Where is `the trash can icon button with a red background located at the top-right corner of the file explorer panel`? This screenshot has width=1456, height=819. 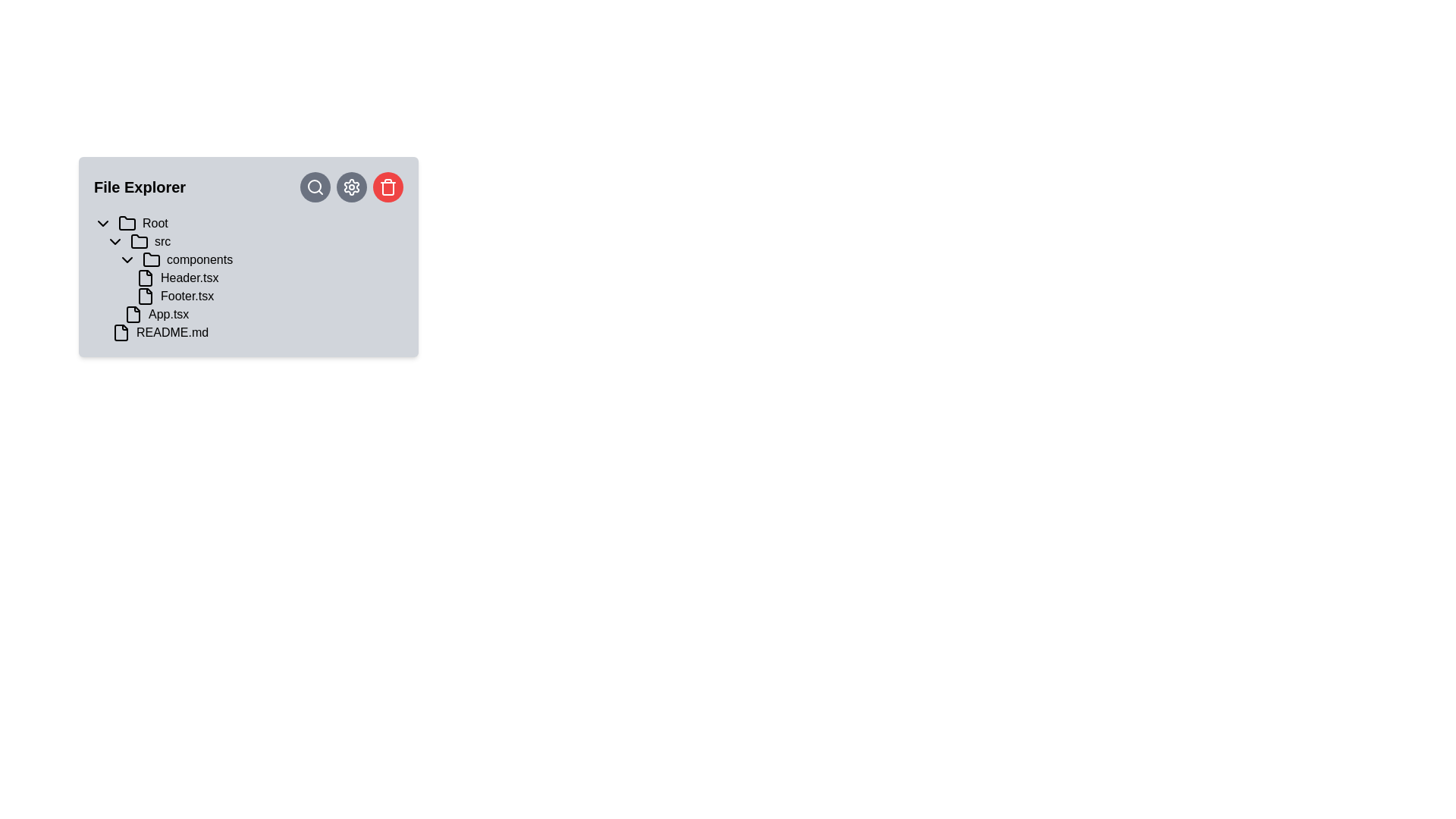
the trash can icon button with a red background located at the top-right corner of the file explorer panel is located at coordinates (388, 186).